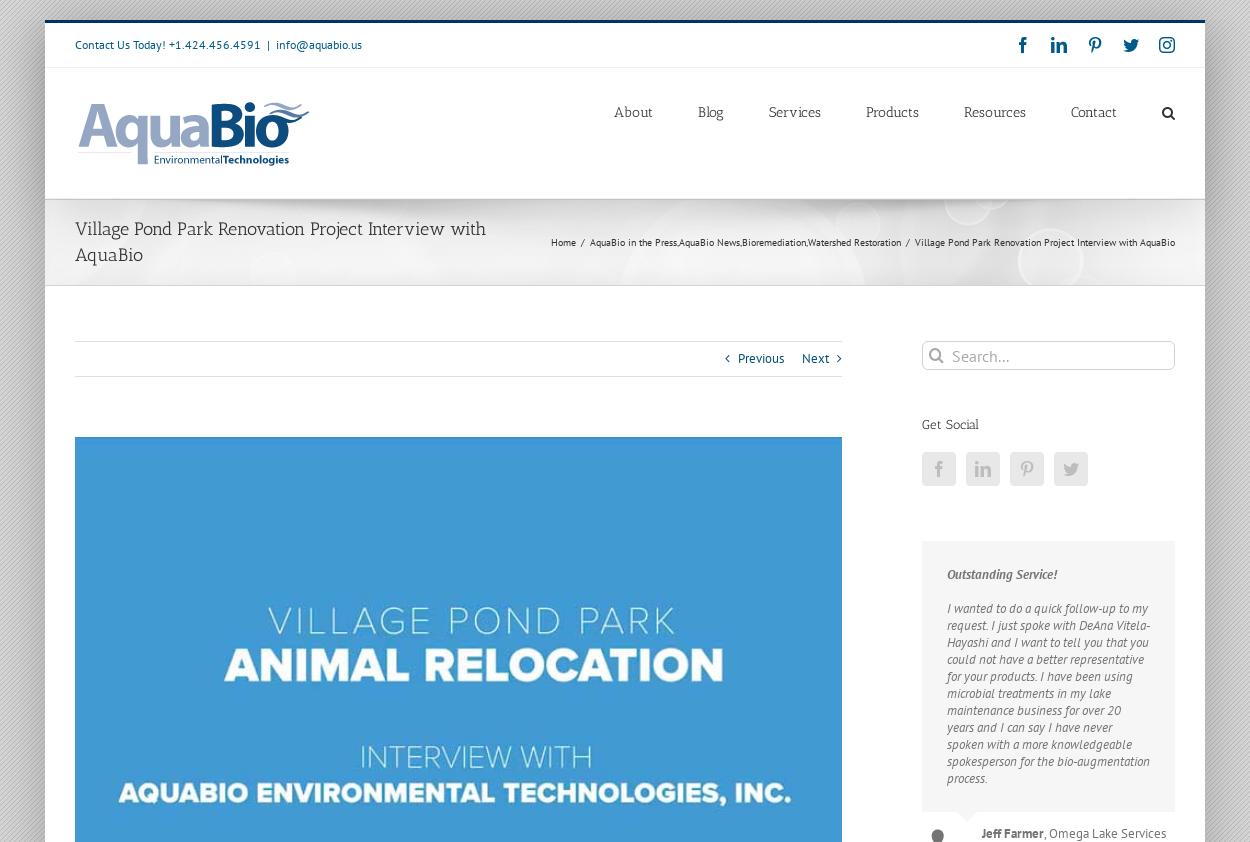 The image size is (1250, 842). What do you see at coordinates (708, 242) in the screenshot?
I see `'AquaBio News'` at bounding box center [708, 242].